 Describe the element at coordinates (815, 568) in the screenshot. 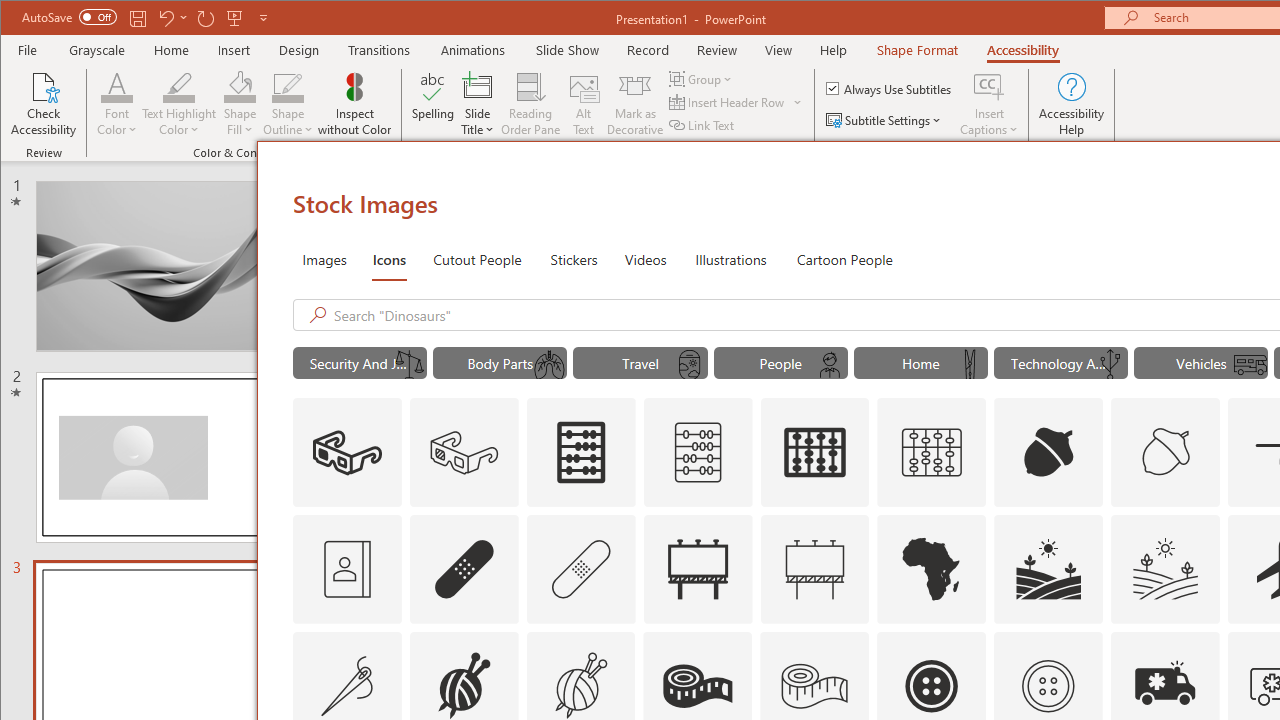

I see `'AutomationID: Icons_Advertising_M'` at that location.